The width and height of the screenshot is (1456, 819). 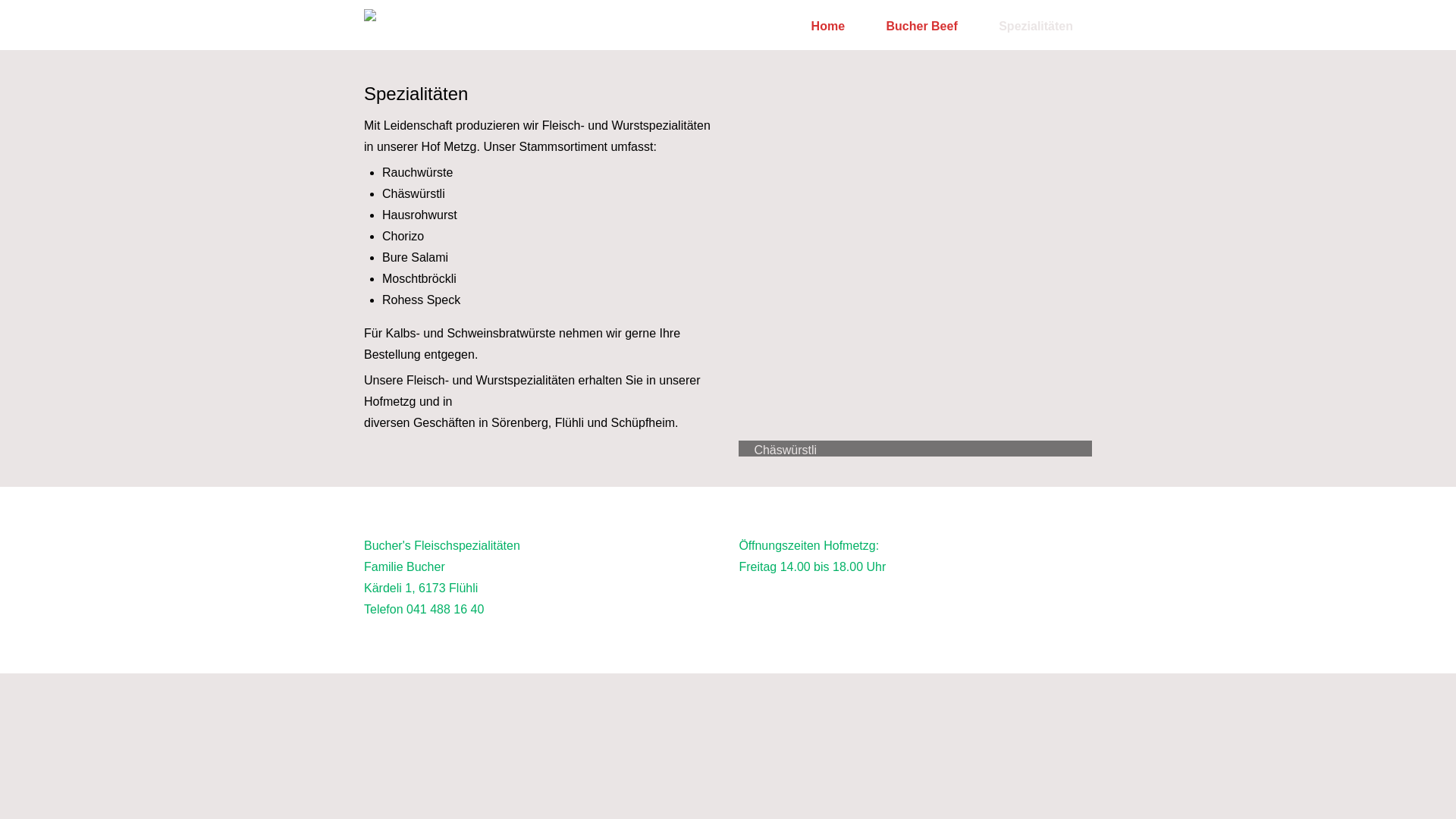 What do you see at coordinates (920, 26) in the screenshot?
I see `'Bucher Beef'` at bounding box center [920, 26].